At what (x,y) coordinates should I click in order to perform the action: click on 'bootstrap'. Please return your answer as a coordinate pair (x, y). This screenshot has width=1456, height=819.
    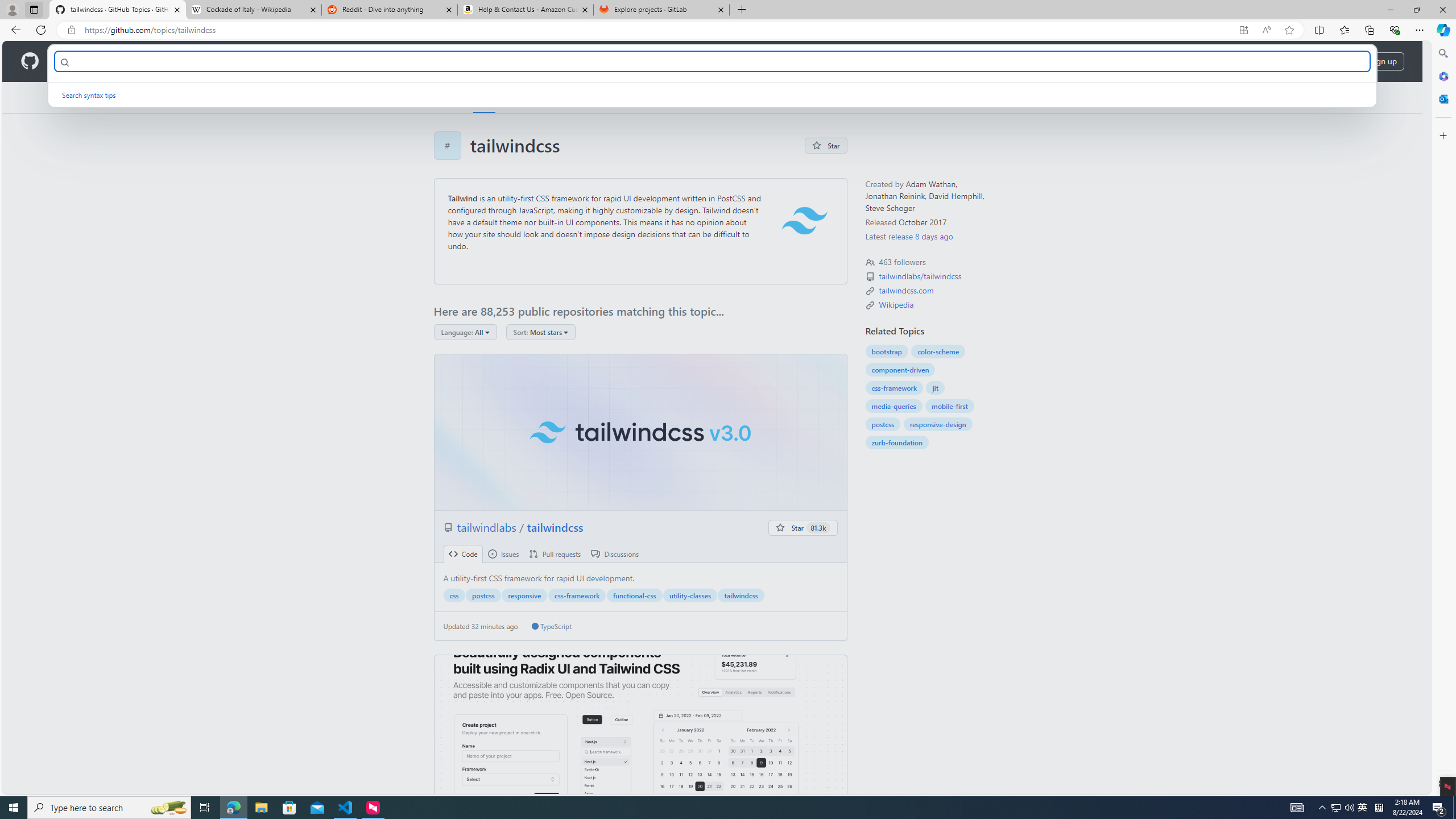
    Looking at the image, I should click on (886, 351).